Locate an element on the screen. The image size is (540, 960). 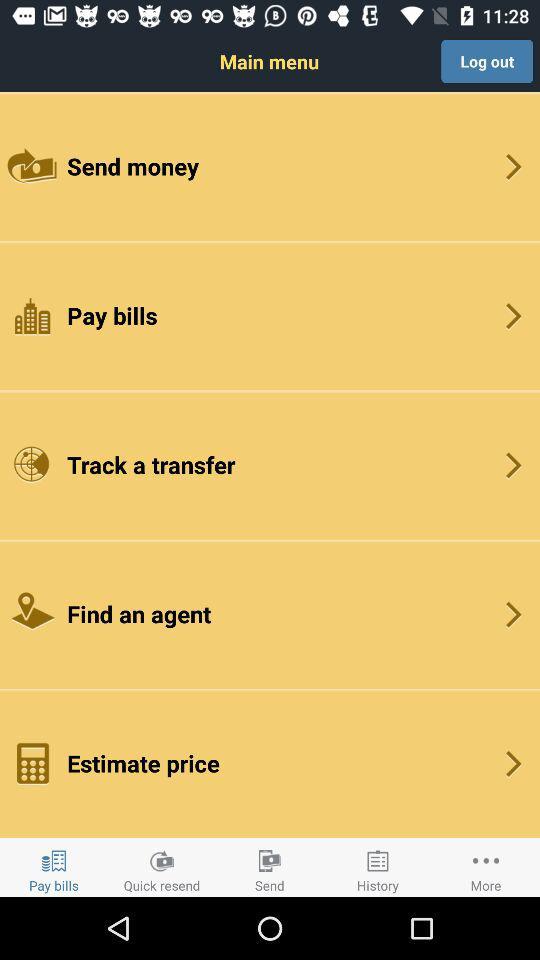
button below track a transfer item is located at coordinates (270, 613).